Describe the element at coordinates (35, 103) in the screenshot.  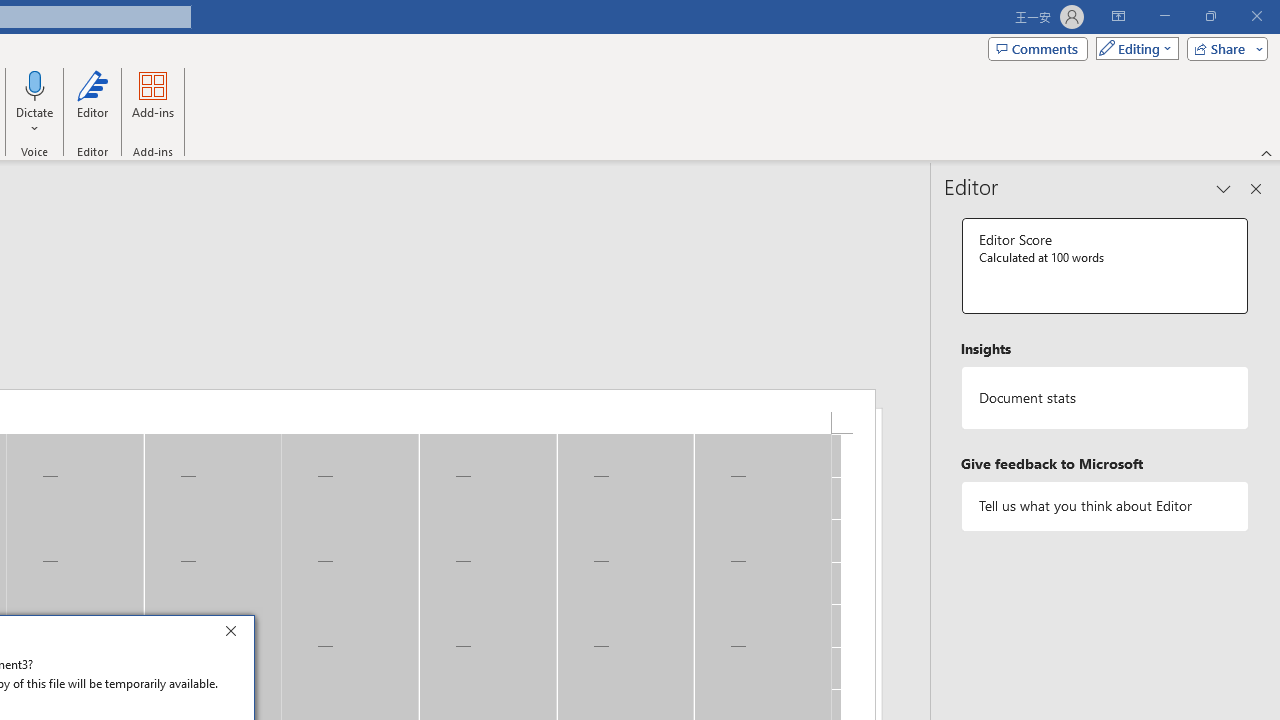
I see `'Dictate'` at that location.